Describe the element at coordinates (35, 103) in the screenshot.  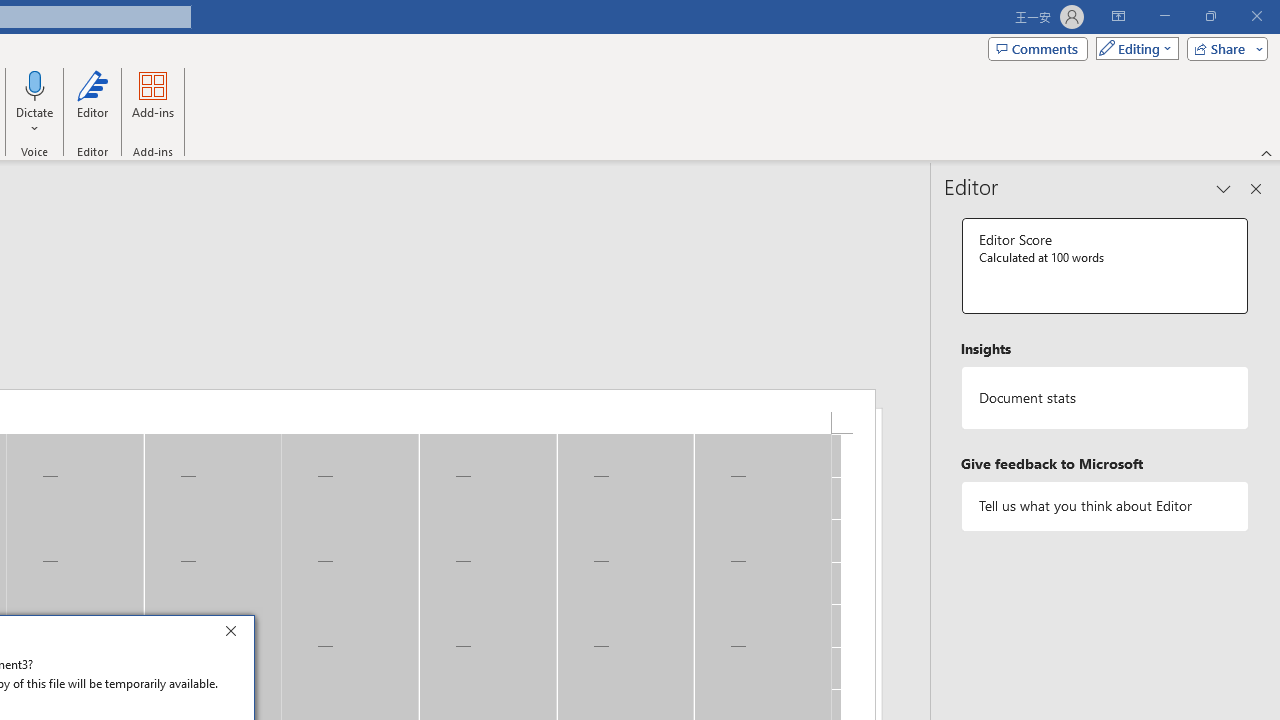
I see `'Dictate'` at that location.